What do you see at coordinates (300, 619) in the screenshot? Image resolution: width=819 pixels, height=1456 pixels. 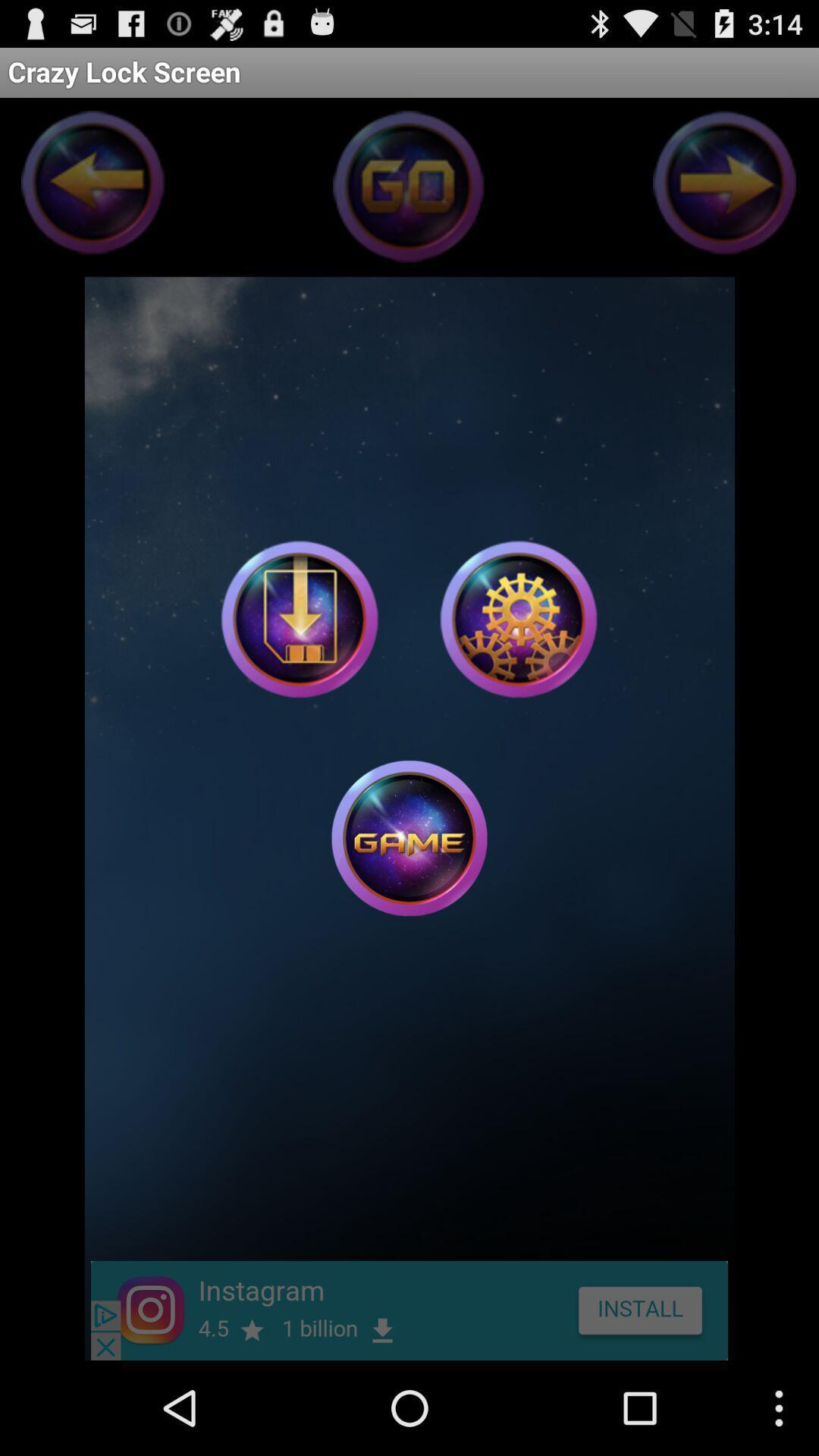 I see `game` at bounding box center [300, 619].